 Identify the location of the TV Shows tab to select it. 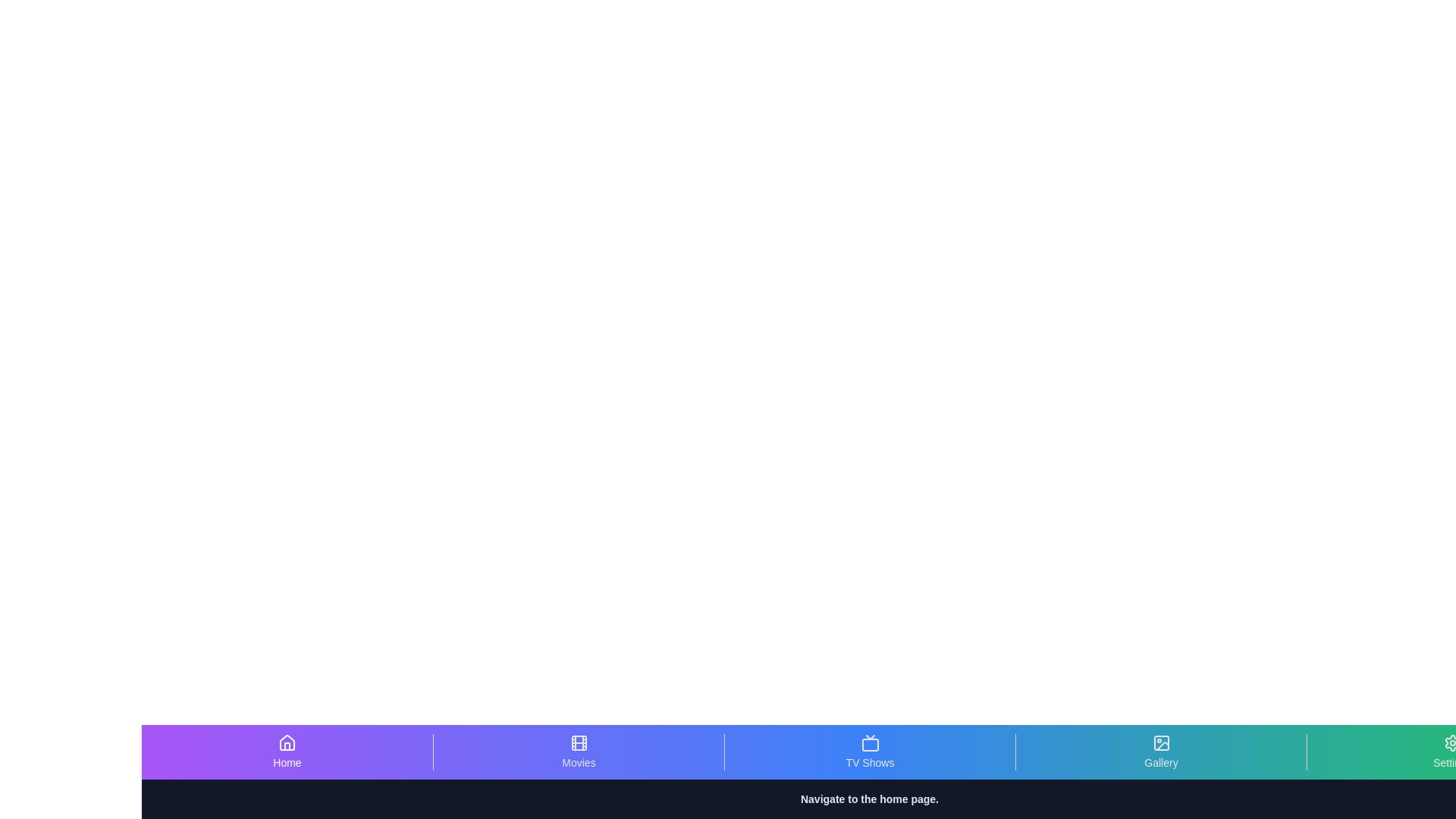
(870, 752).